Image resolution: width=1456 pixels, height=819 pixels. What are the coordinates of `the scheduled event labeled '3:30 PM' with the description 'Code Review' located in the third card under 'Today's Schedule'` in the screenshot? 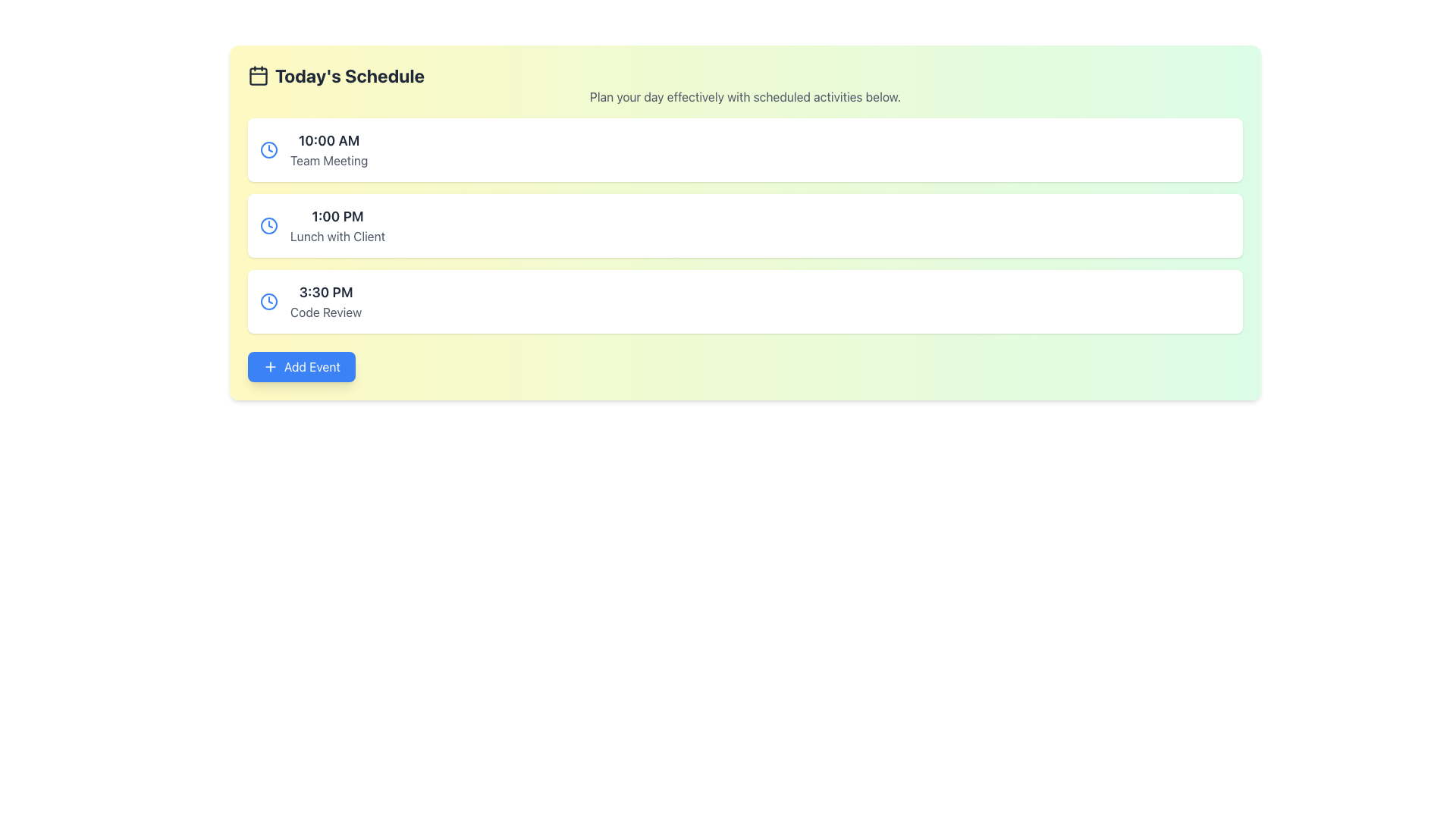 It's located at (325, 301).